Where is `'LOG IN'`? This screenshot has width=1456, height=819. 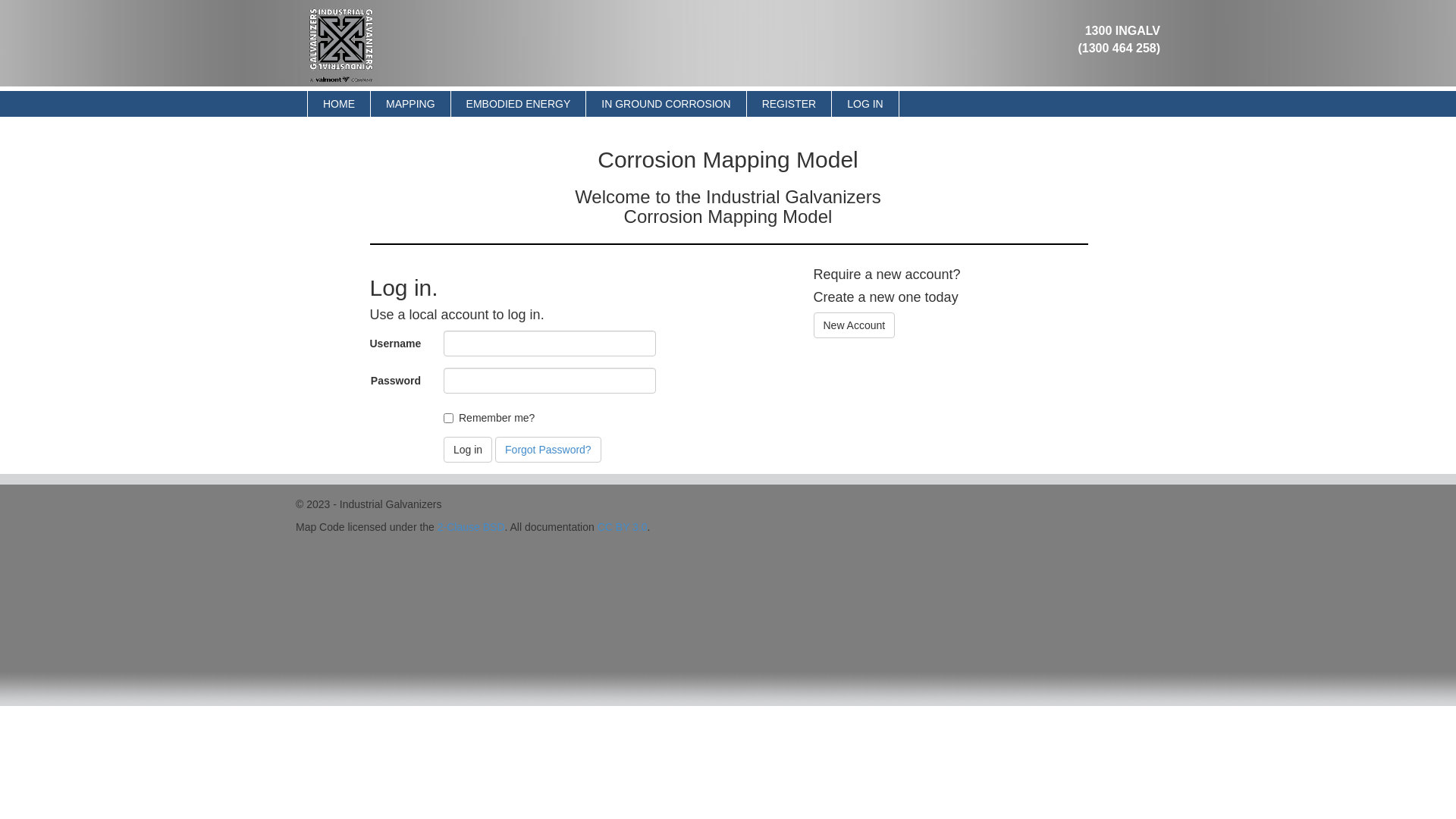 'LOG IN' is located at coordinates (831, 103).